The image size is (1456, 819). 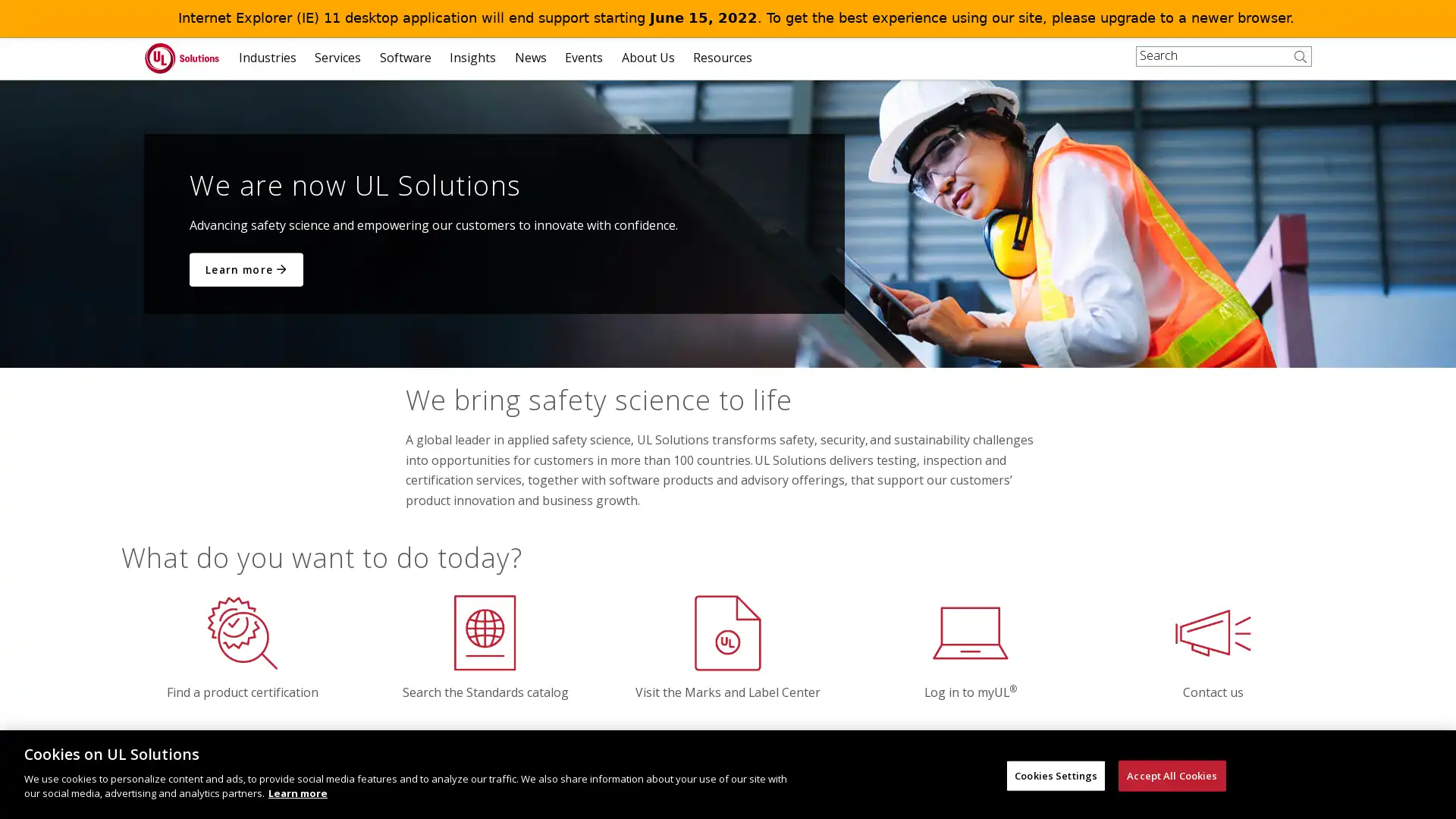 I want to click on Accept All Cookies, so click(x=1171, y=775).